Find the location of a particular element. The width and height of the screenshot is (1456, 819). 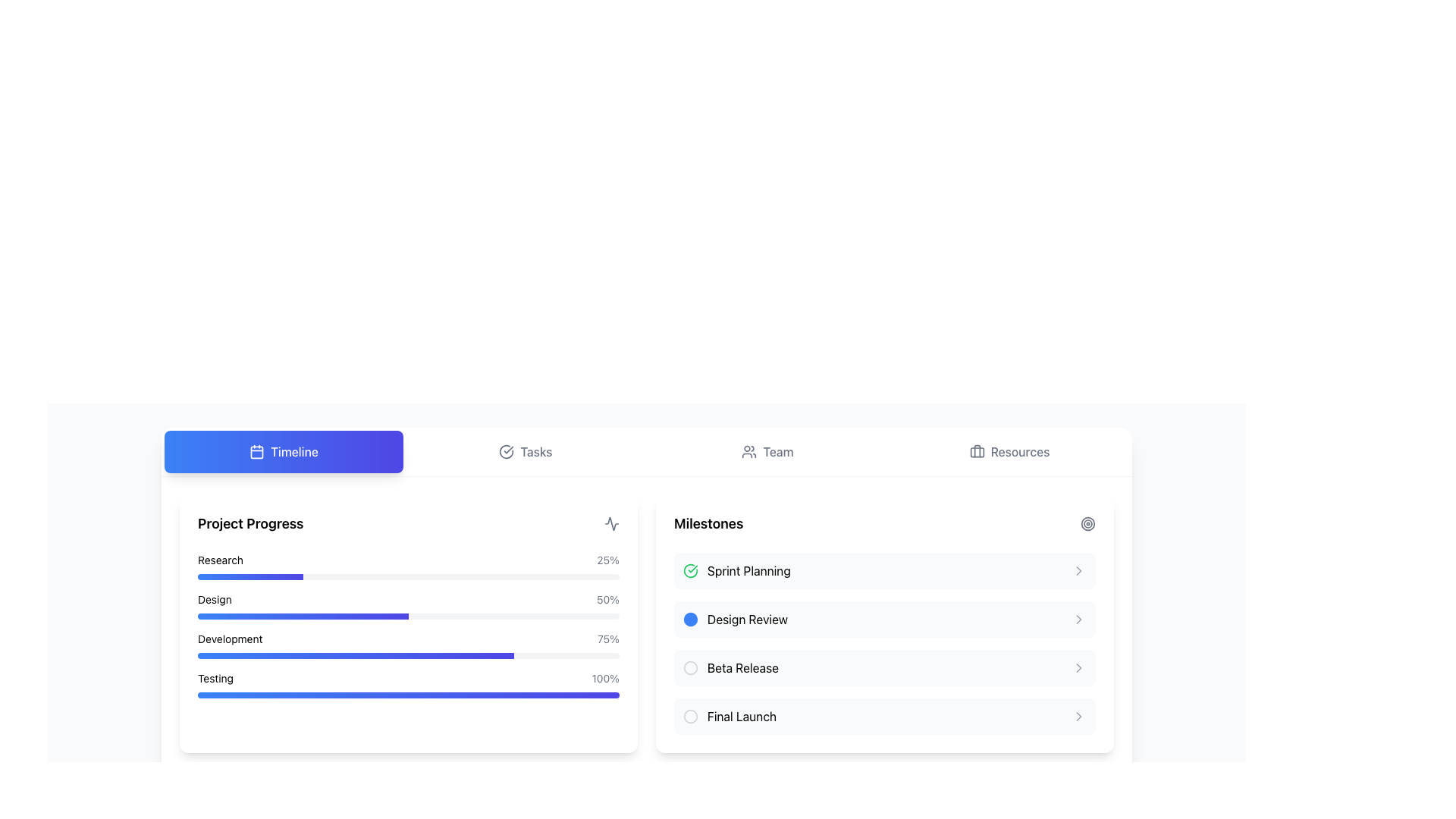

the small calendar icon with a blue gradient background located within the 'Timeline' button in the navigation bar at the top left of the interface is located at coordinates (257, 451).